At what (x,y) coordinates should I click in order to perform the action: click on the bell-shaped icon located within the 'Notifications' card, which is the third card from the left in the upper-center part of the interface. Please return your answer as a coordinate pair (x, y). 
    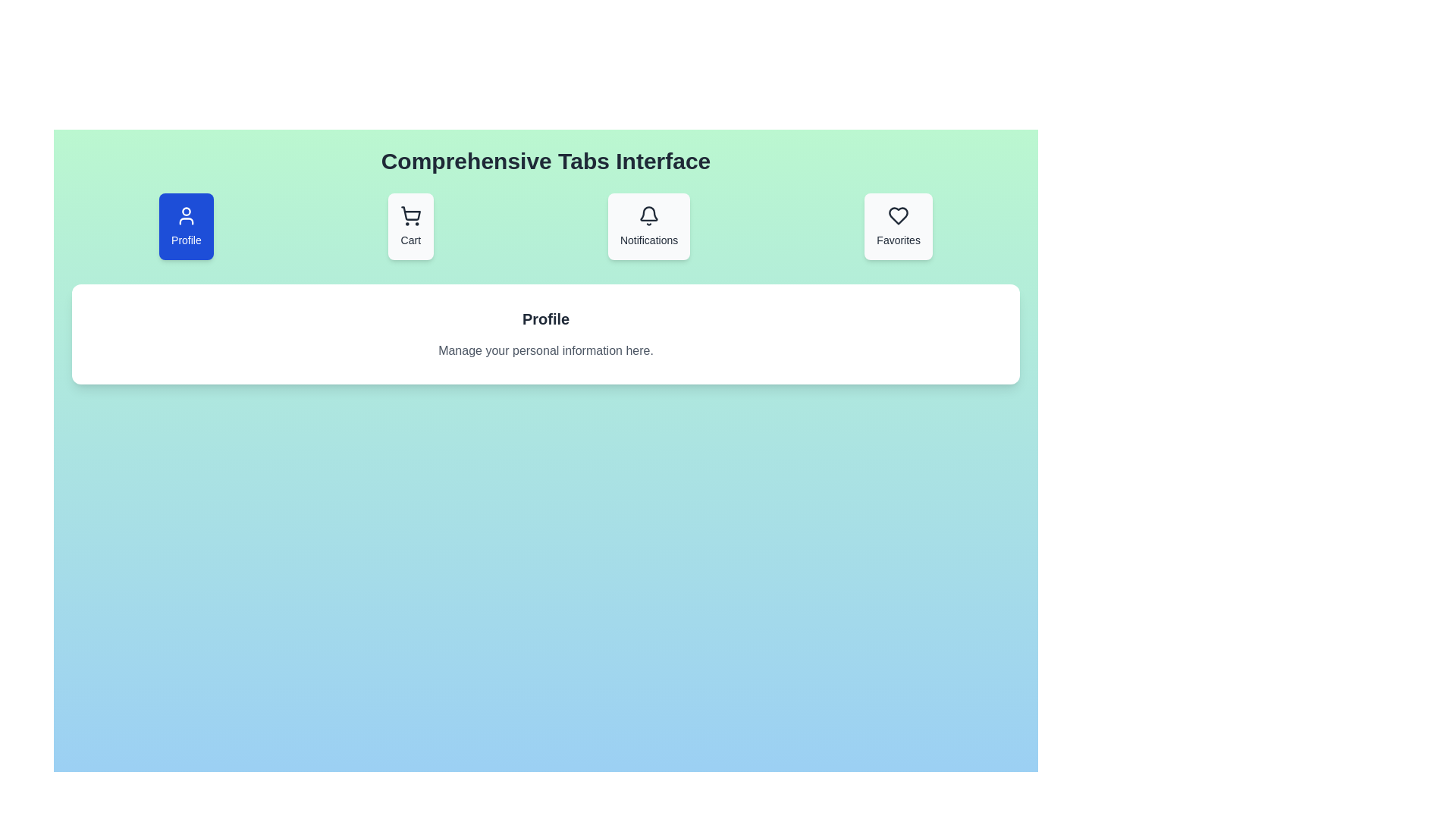
    Looking at the image, I should click on (648, 216).